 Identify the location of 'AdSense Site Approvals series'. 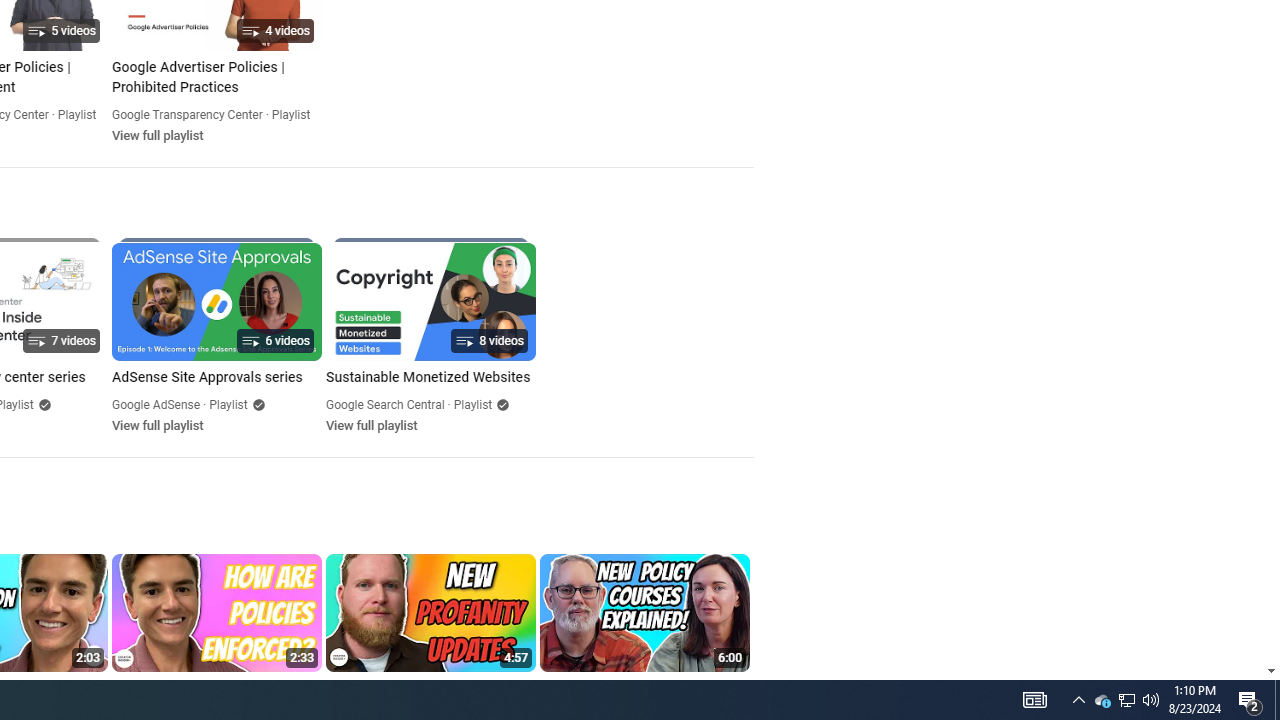
(216, 378).